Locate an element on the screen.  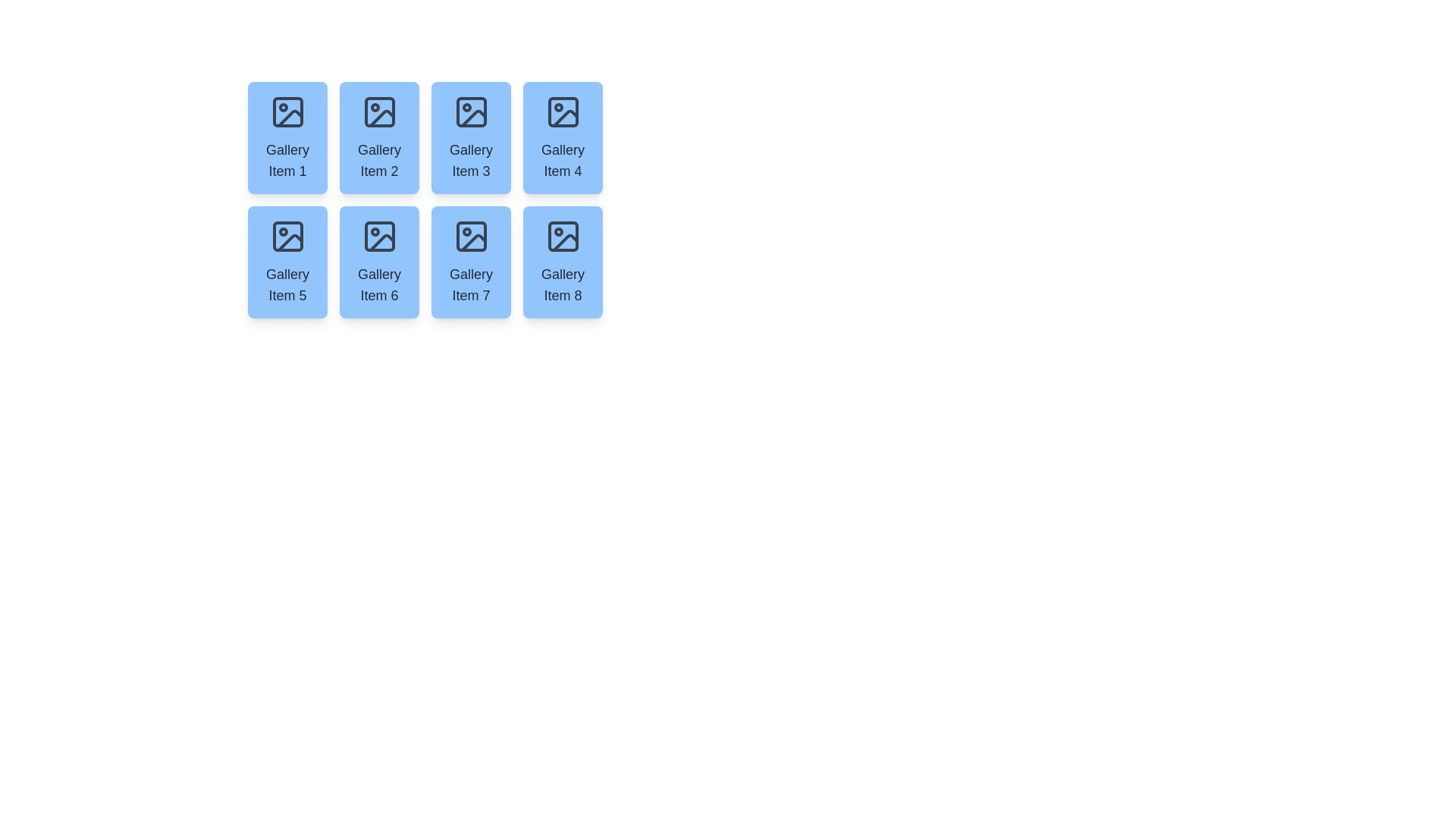
the gray rounded rectangle inside the fifth gallery item of the SVG graphic icon, which serves as an image placeholder is located at coordinates (287, 237).